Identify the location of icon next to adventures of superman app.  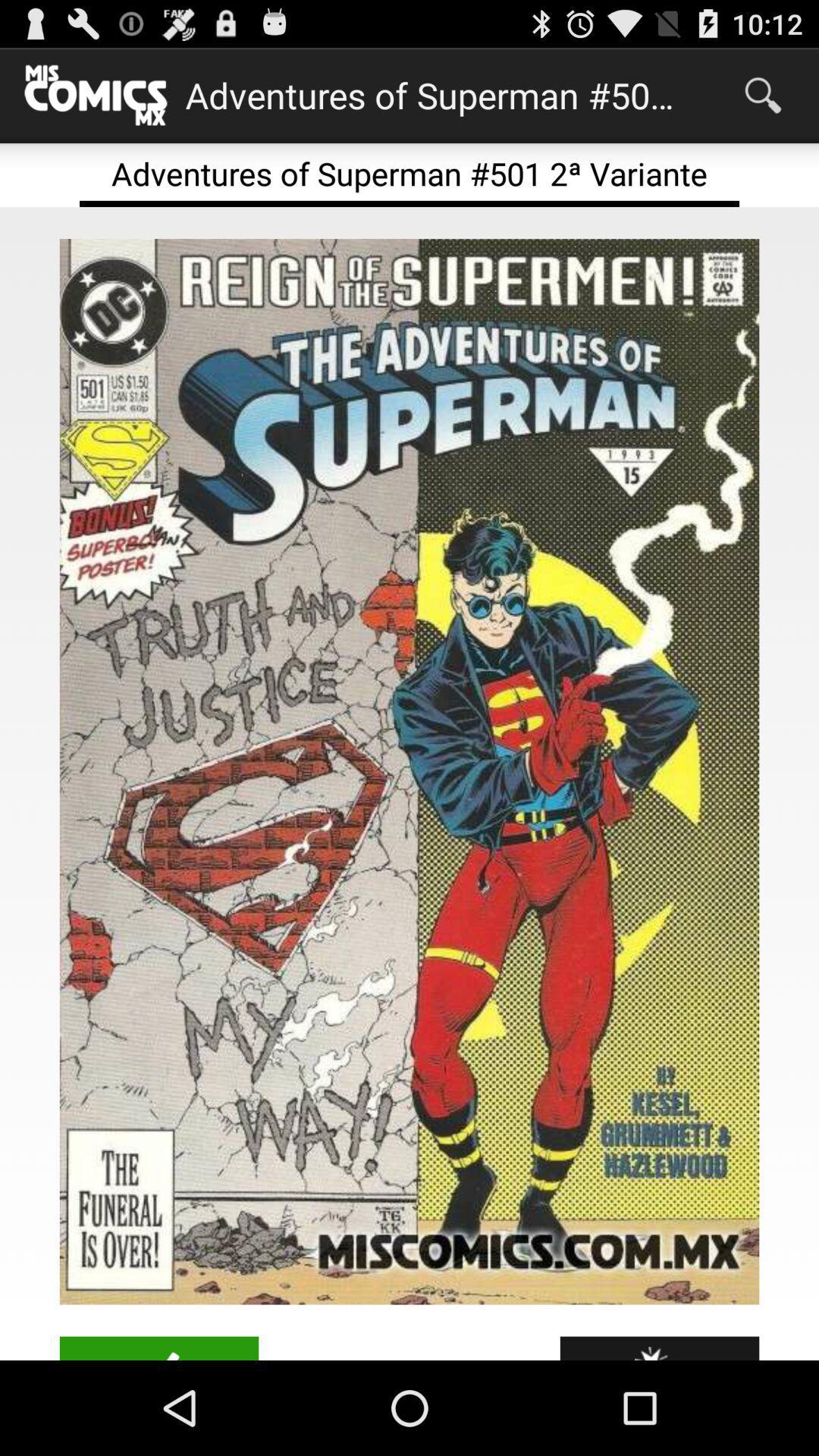
(763, 94).